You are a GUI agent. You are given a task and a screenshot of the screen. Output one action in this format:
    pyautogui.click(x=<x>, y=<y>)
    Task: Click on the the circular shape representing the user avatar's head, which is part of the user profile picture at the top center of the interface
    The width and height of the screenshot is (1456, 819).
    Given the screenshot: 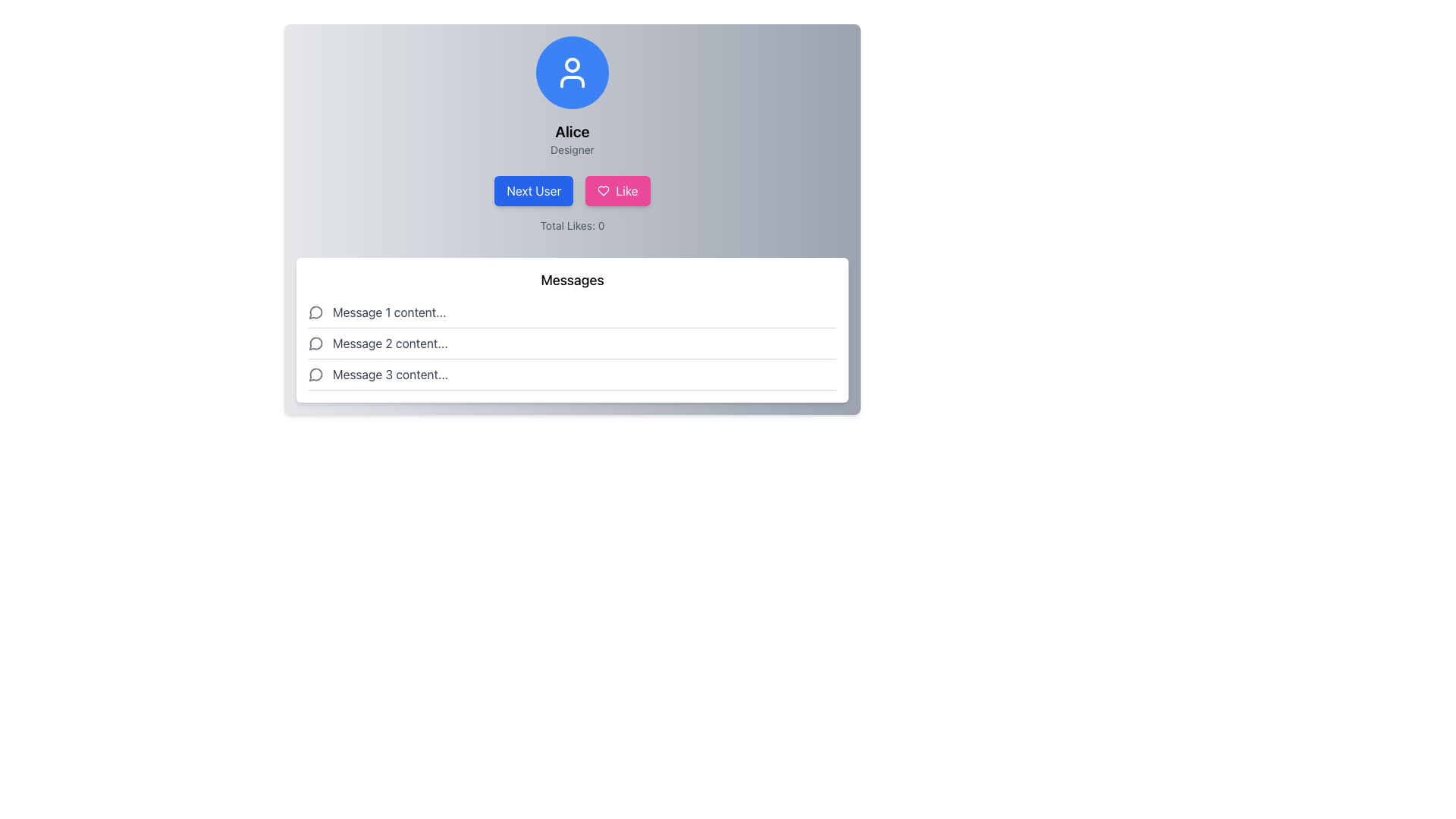 What is the action you would take?
    pyautogui.click(x=571, y=64)
    